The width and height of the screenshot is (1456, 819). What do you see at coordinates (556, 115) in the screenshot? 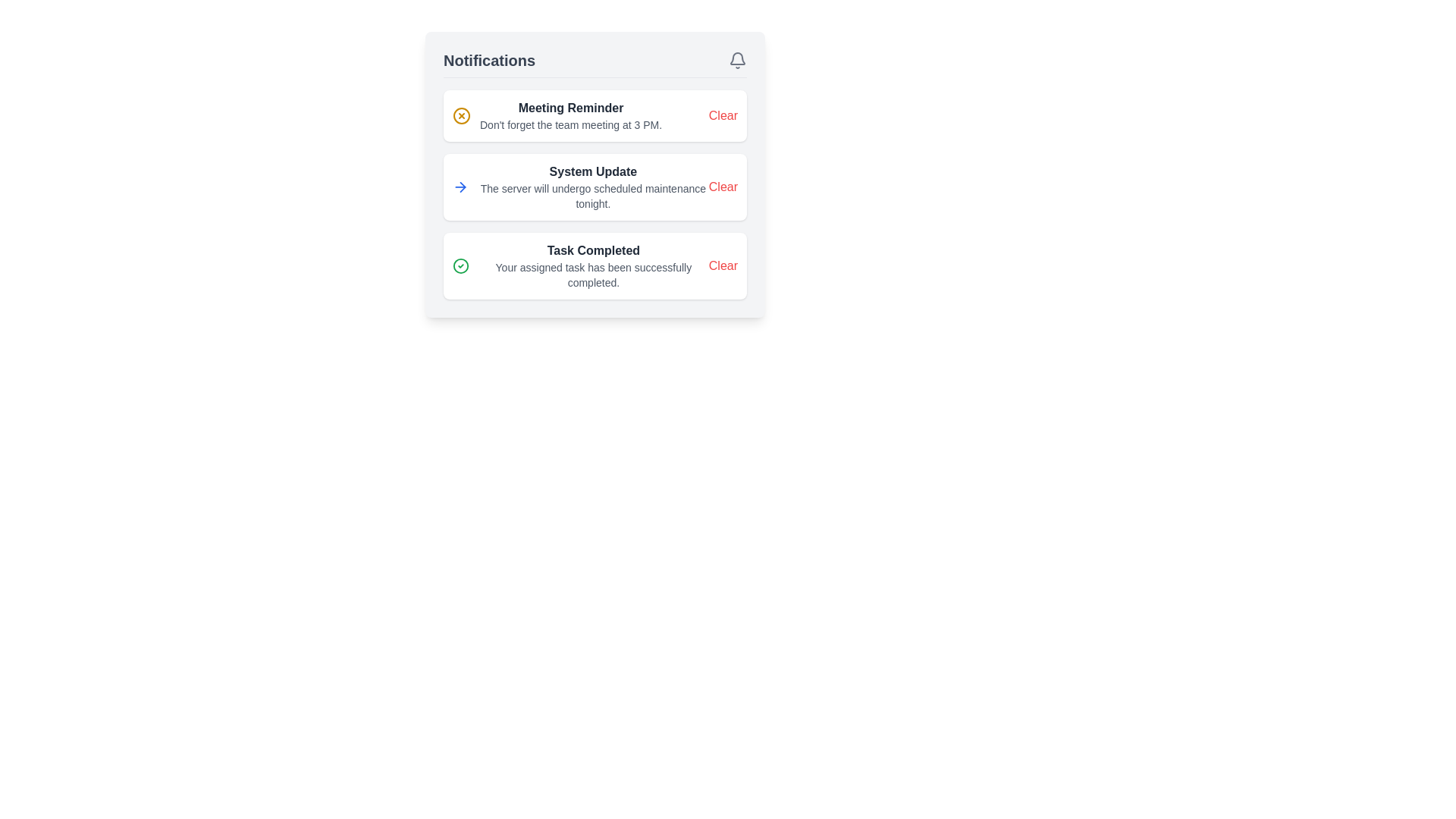
I see `the notification titled 'Meeting Reminder' which includes a yellow 'X' icon and description text underneath it` at bounding box center [556, 115].